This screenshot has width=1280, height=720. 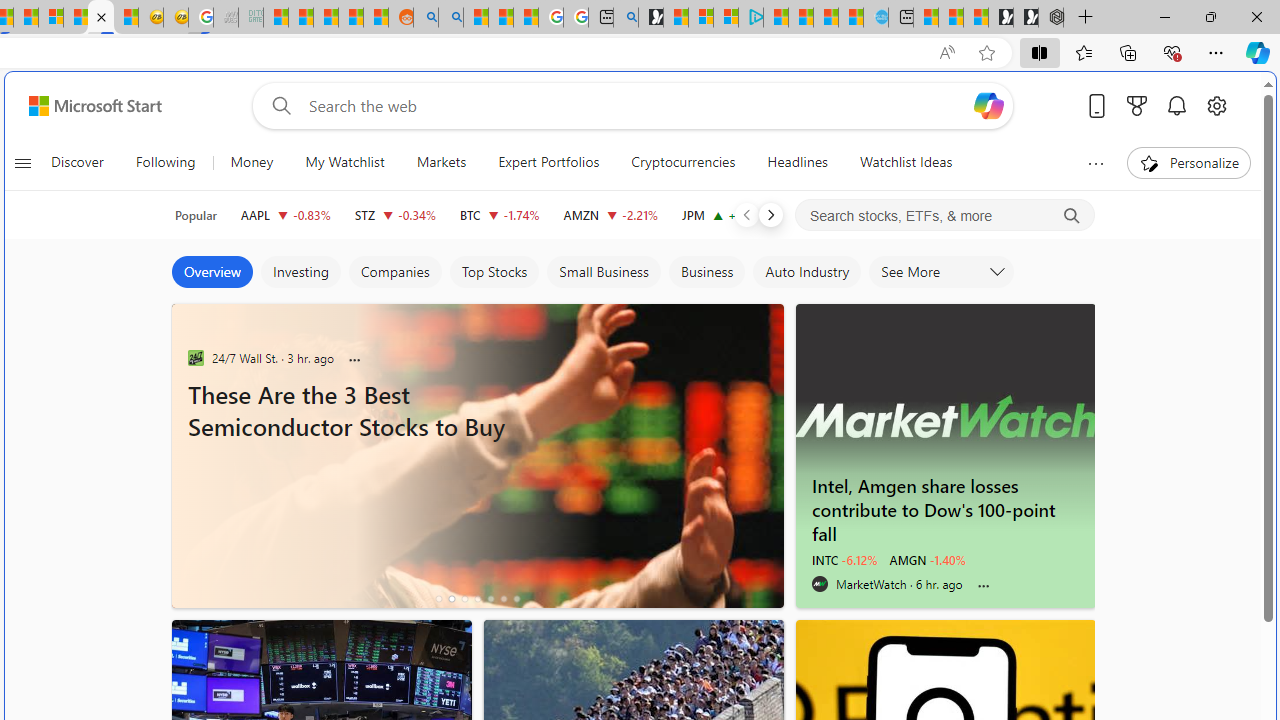 What do you see at coordinates (494, 272) in the screenshot?
I see `'Top Stocks'` at bounding box center [494, 272].